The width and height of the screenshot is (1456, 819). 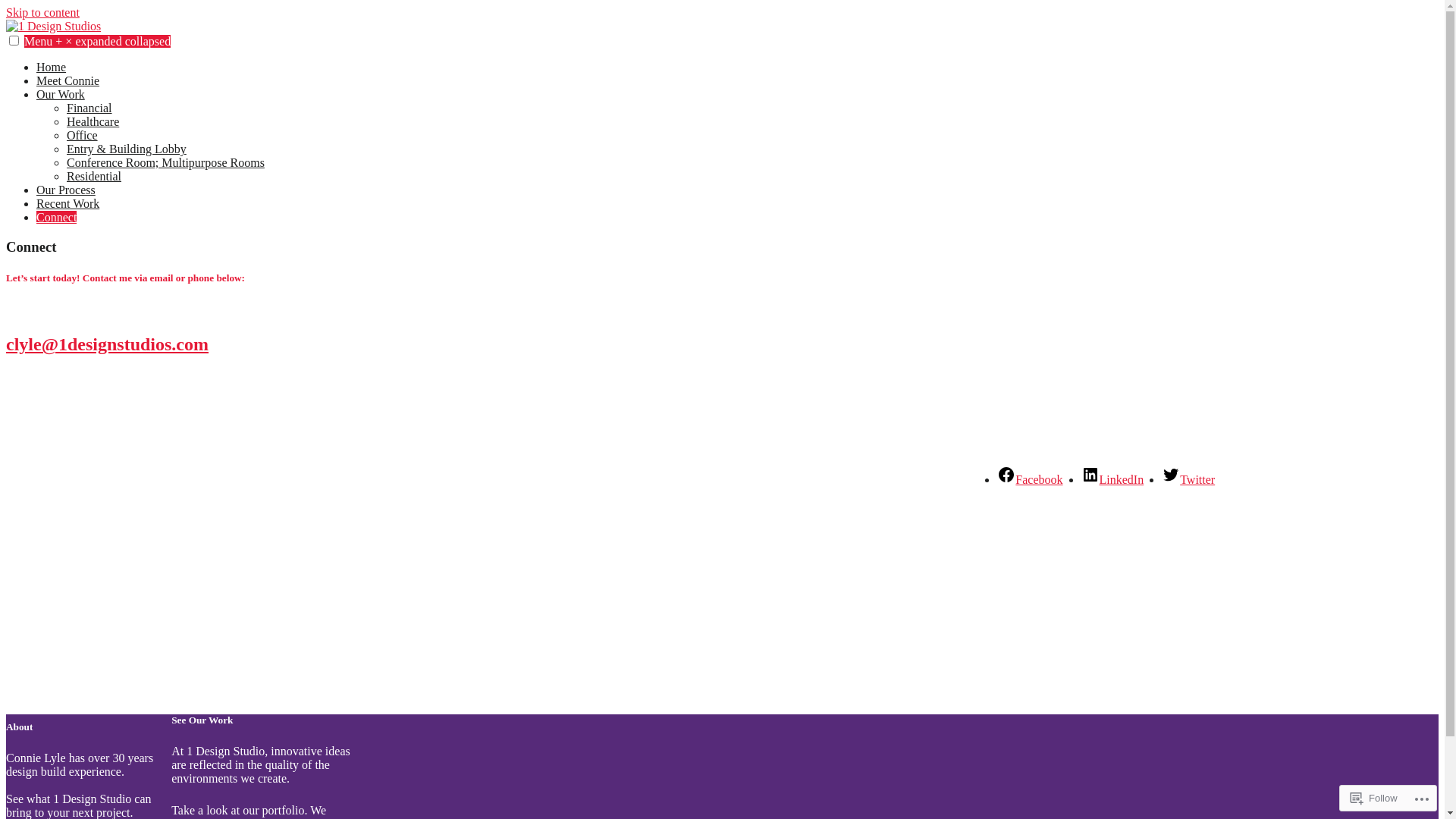 What do you see at coordinates (165, 162) in the screenshot?
I see `'Conference Room; Multipurpose Rooms'` at bounding box center [165, 162].